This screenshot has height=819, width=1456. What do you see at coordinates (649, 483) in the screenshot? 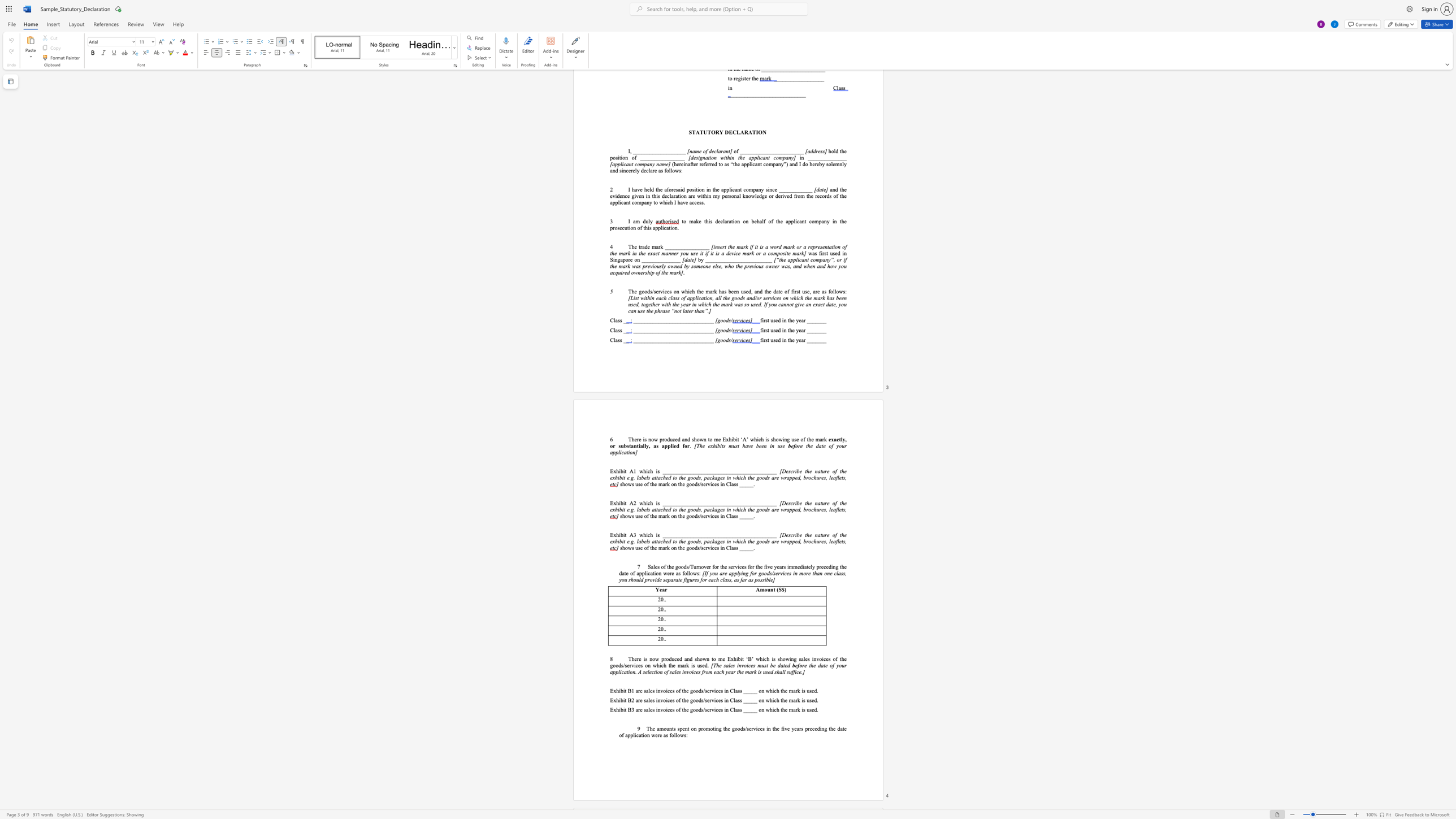
I see `the subset text "the mark on the g" within the text "shows use of the mark on the goods/services in Class _____."` at bounding box center [649, 483].